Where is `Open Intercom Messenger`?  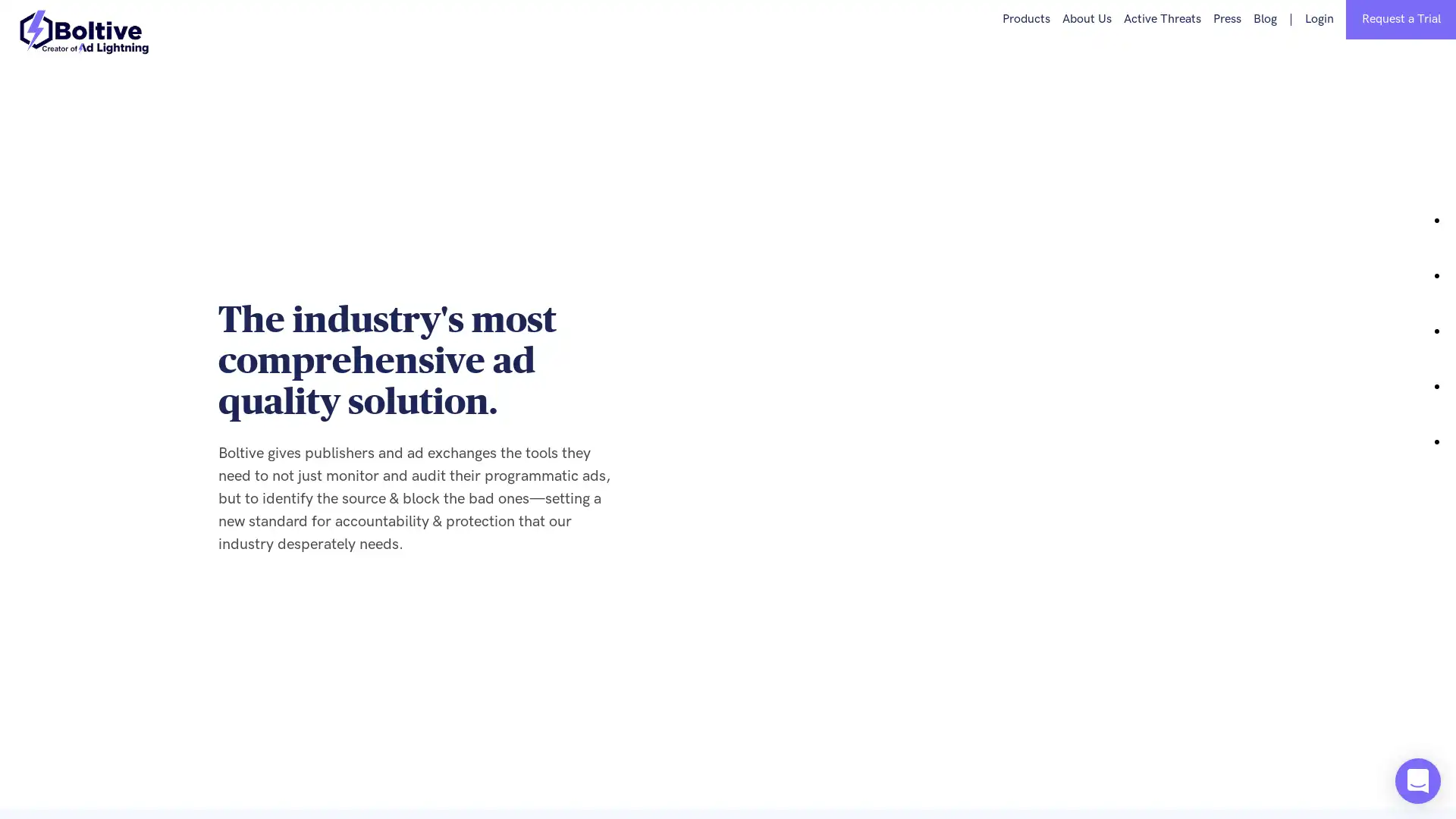 Open Intercom Messenger is located at coordinates (1417, 780).